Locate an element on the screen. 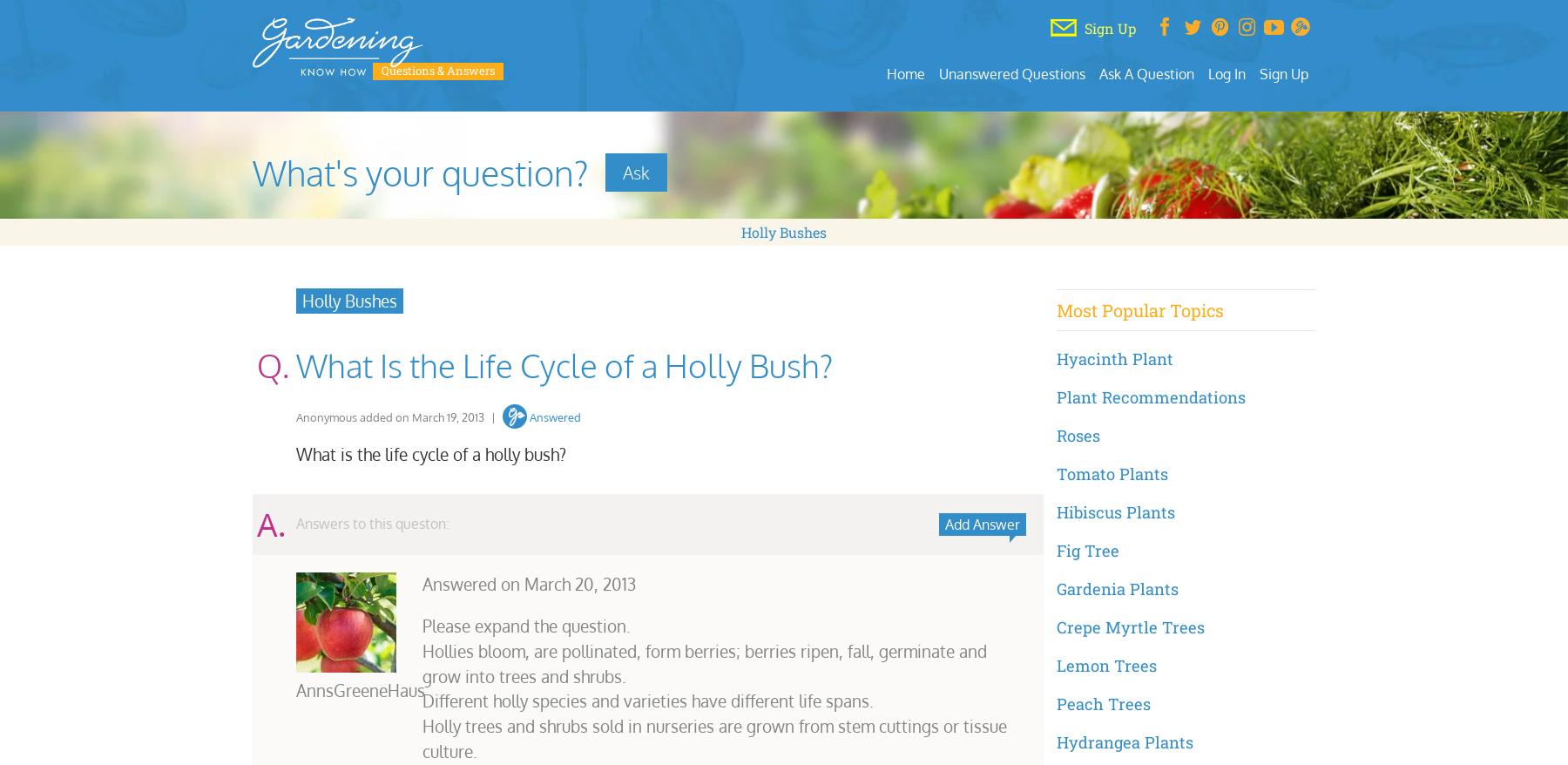 The width and height of the screenshot is (1568, 765). 'AnnsGreeneHaus' is located at coordinates (361, 689).